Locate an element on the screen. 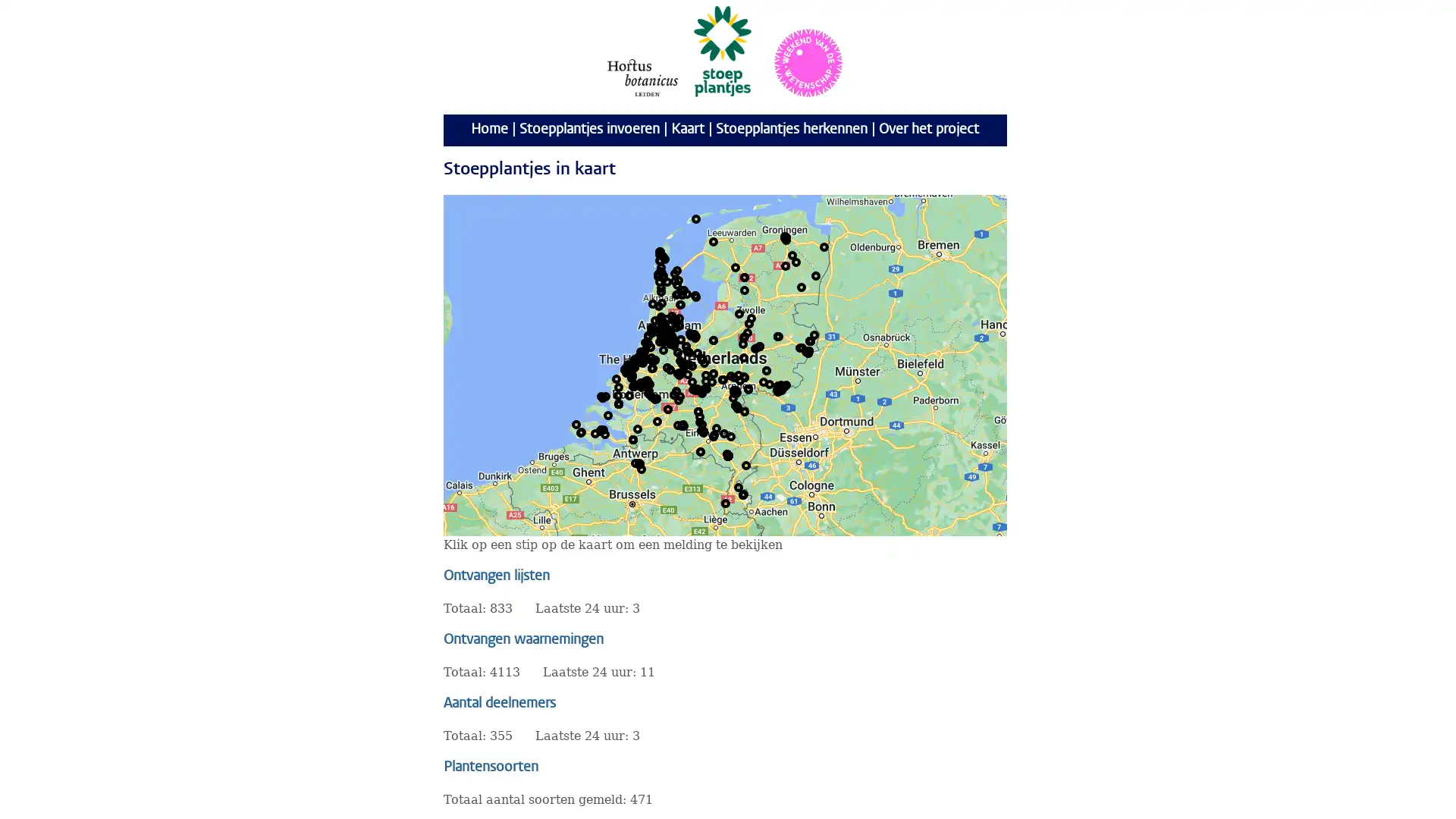 The image size is (1456, 819). Telling van veerle op 30 november 2021 is located at coordinates (691, 366).